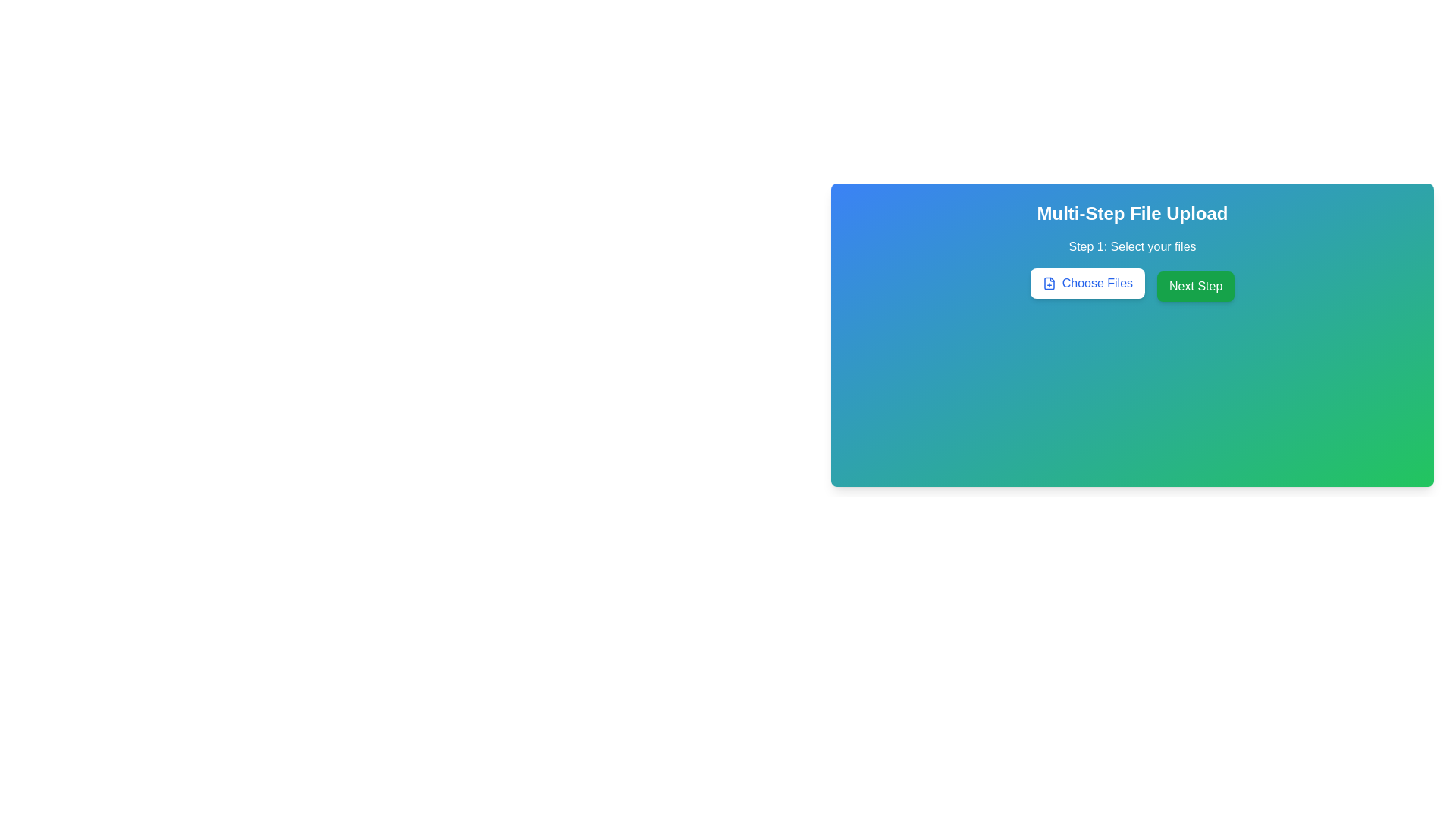 This screenshot has width=1456, height=819. I want to click on the 'Open File Selection' button located within the 'Multi-Step File Upload' card, below 'Step 1: Select your files', so click(1132, 268).